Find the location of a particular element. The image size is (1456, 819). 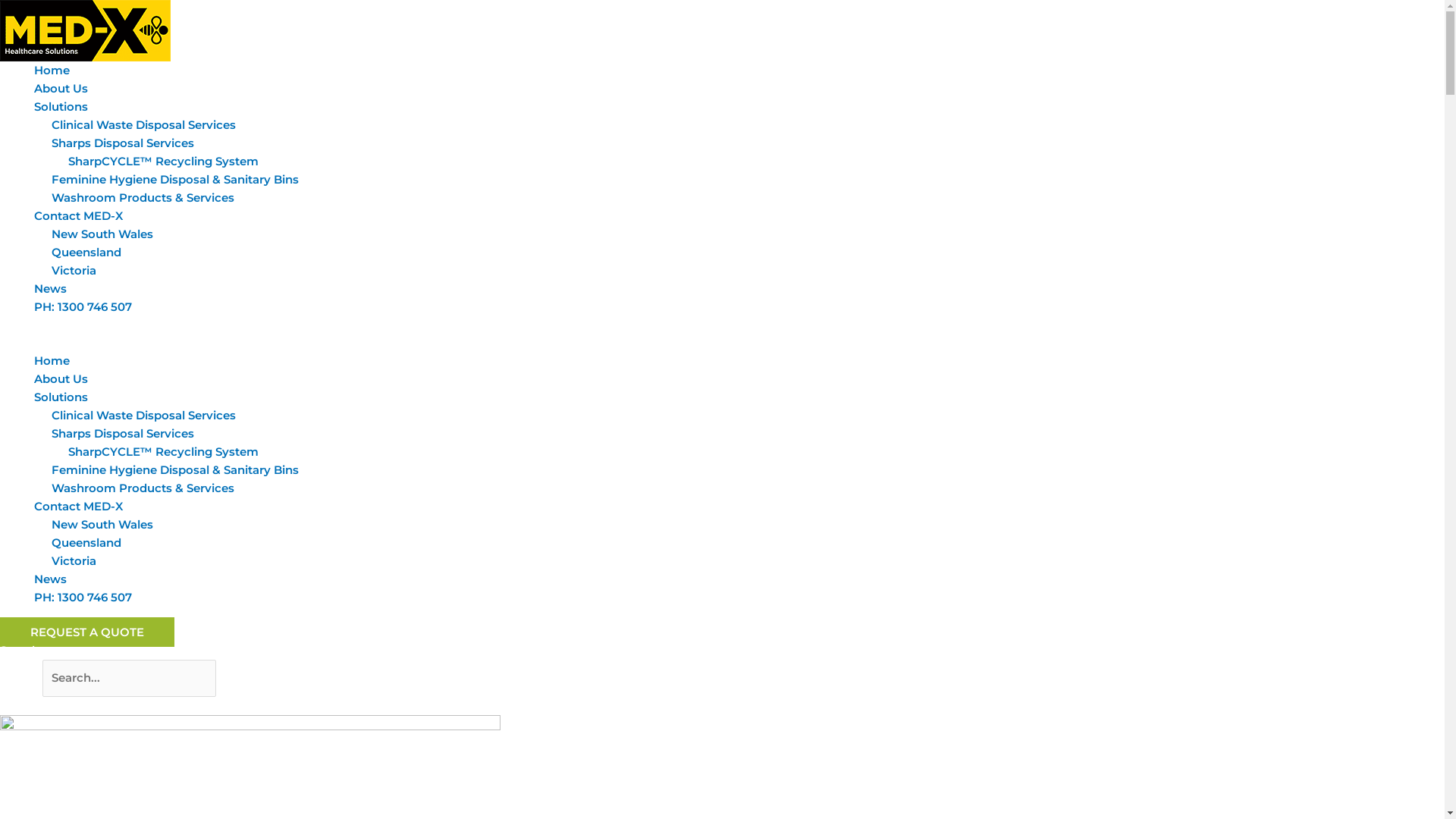

'PH: 1300 746 507' is located at coordinates (82, 306).